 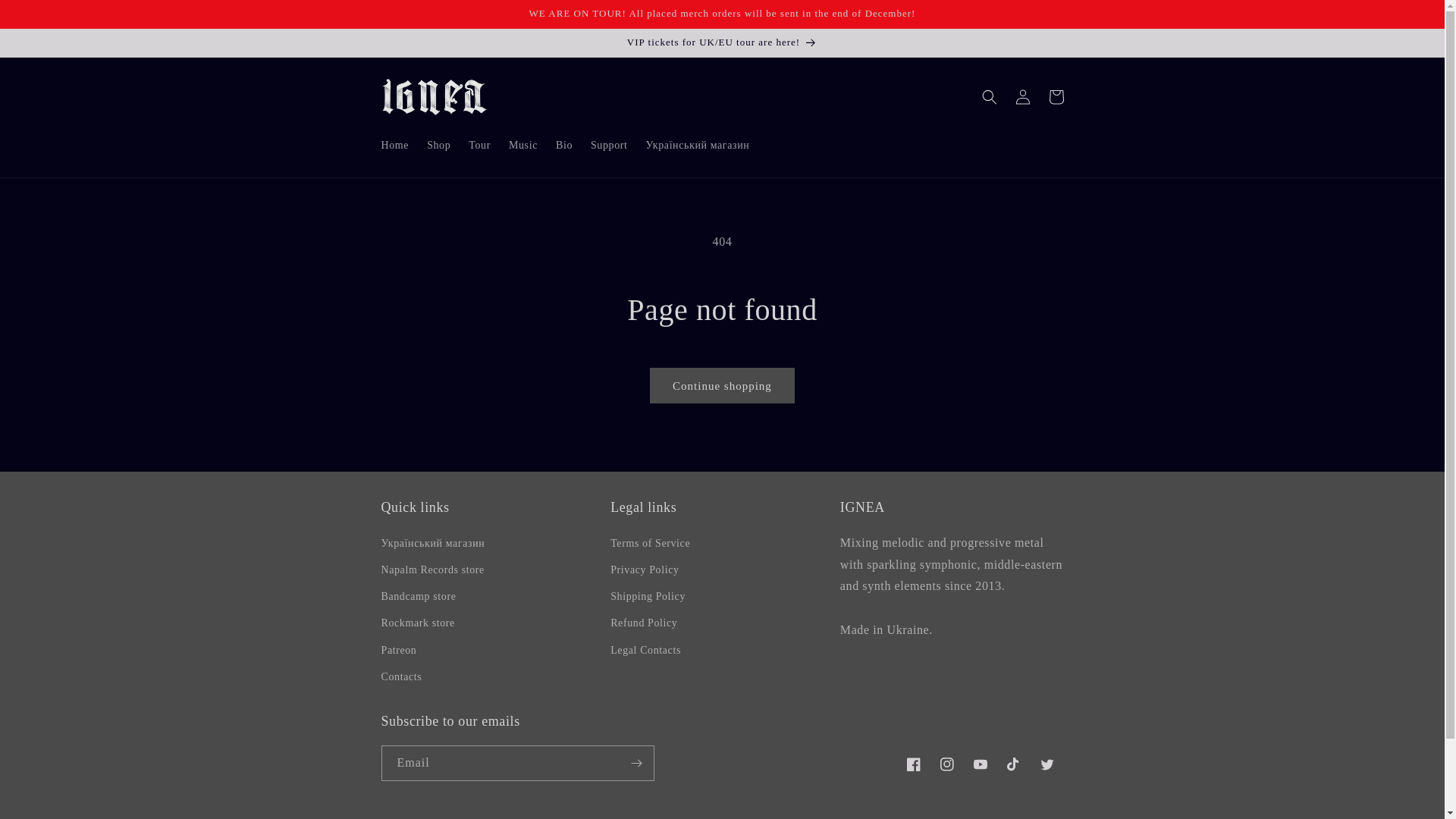 What do you see at coordinates (431, 570) in the screenshot?
I see `'Napalm Records store'` at bounding box center [431, 570].